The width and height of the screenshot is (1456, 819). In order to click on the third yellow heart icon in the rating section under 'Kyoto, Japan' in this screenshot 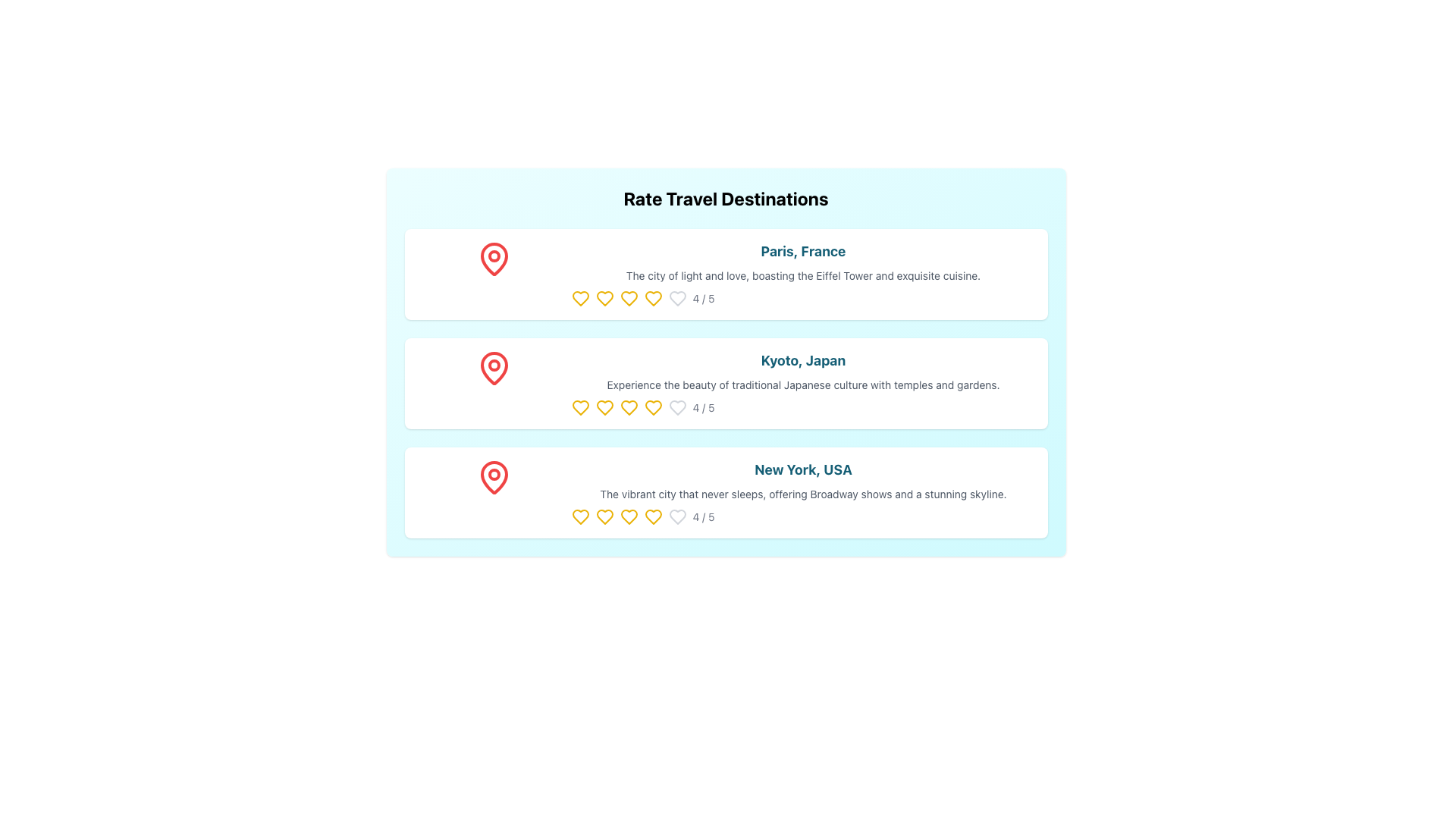, I will do `click(629, 406)`.